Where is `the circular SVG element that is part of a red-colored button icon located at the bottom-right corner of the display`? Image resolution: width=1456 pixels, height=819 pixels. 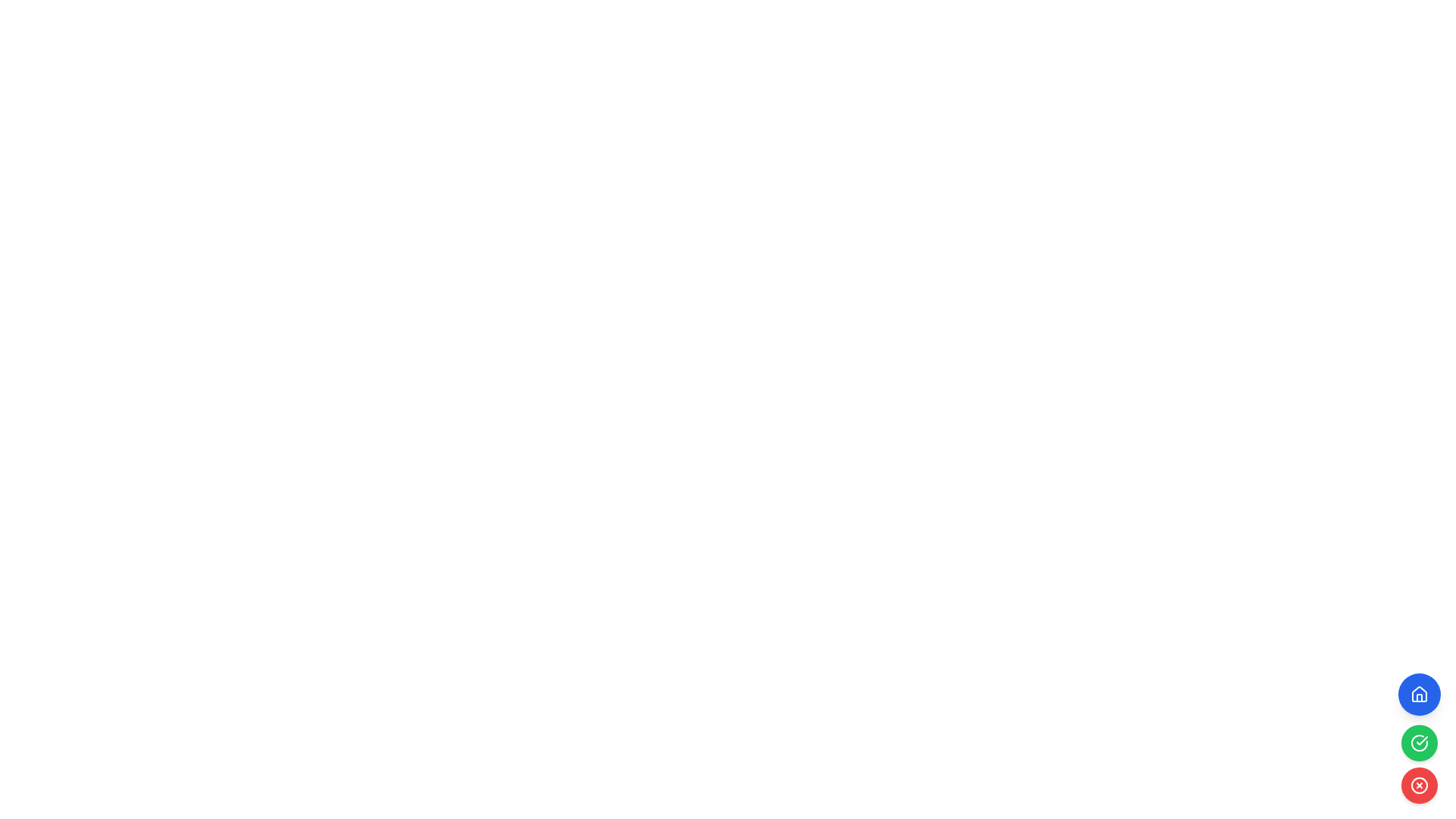 the circular SVG element that is part of a red-colored button icon located at the bottom-right corner of the display is located at coordinates (1419, 785).